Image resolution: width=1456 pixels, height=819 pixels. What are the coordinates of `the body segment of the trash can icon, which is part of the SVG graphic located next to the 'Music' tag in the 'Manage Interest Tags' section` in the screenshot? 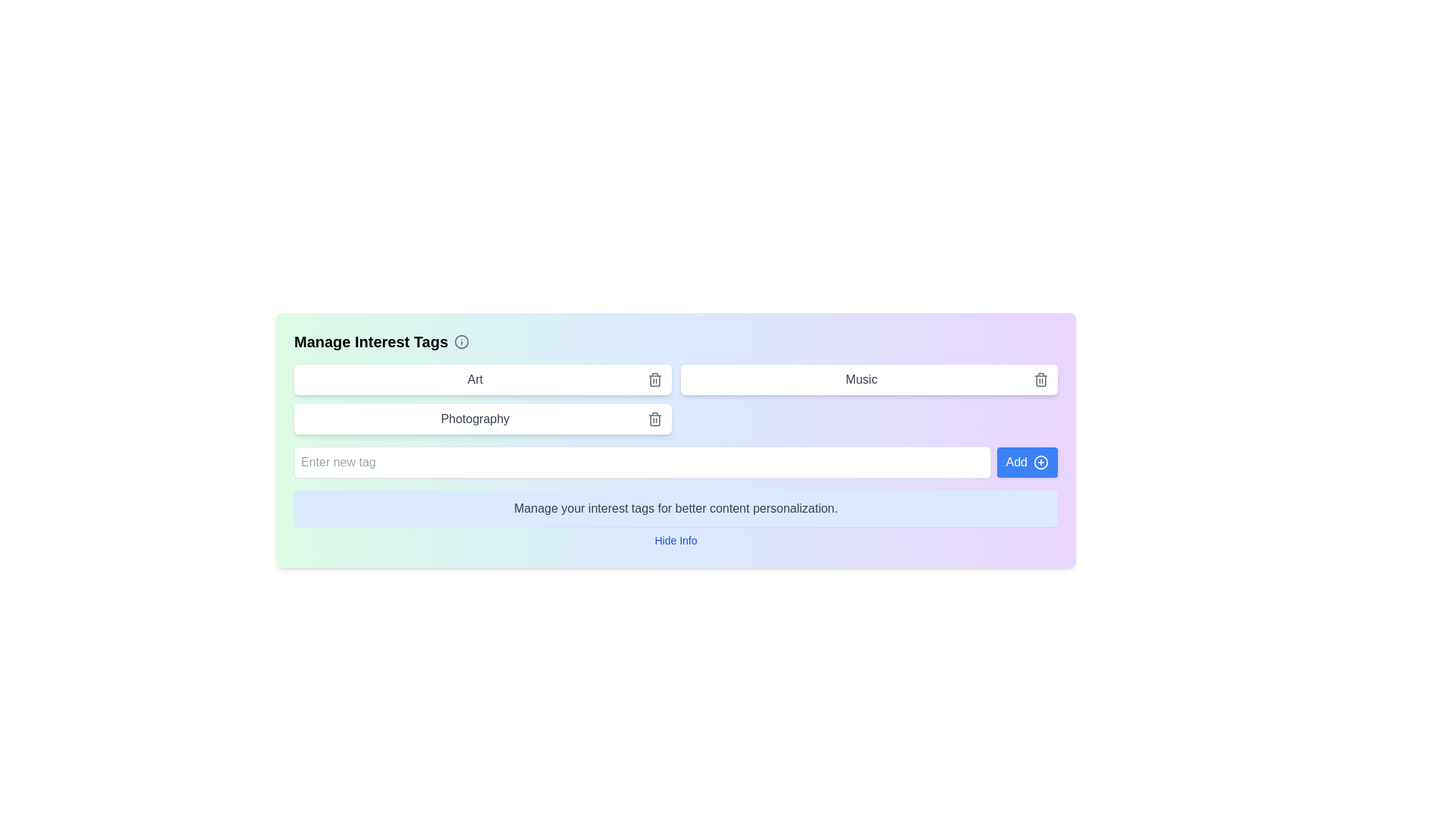 It's located at (1040, 379).